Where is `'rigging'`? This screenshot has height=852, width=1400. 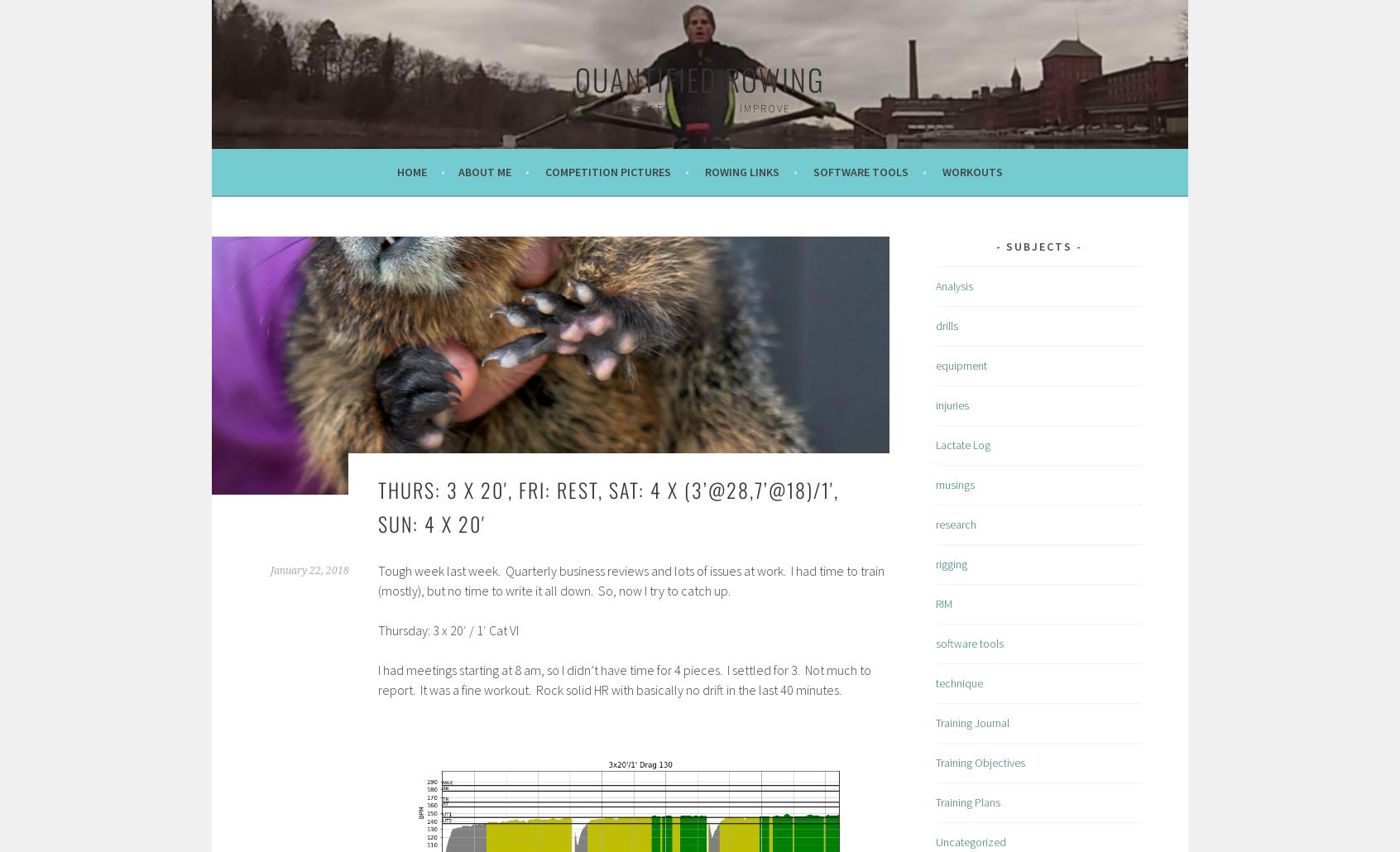
'rigging' is located at coordinates (951, 562).